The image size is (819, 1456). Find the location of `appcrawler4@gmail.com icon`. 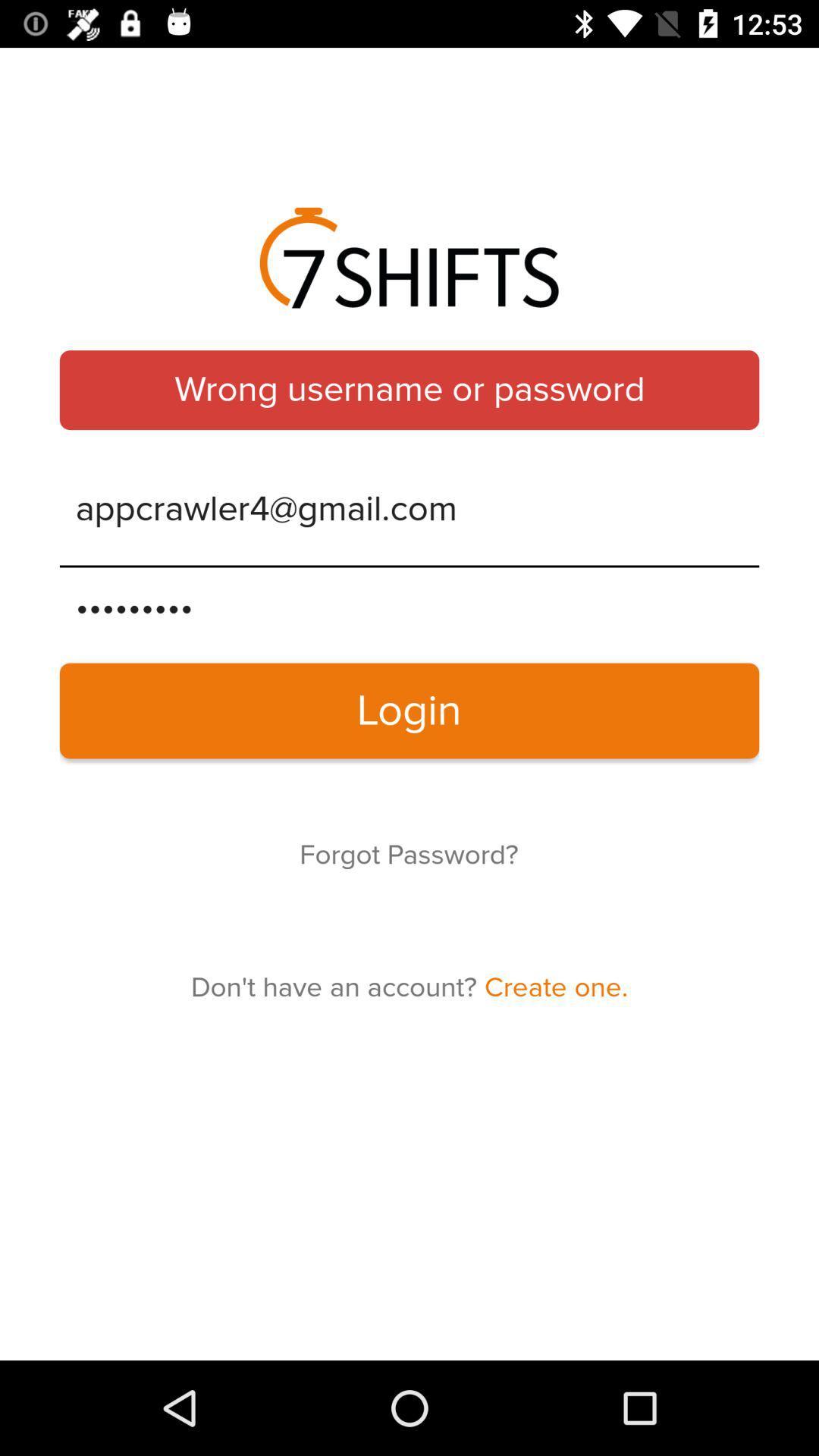

appcrawler4@gmail.com icon is located at coordinates (409, 510).